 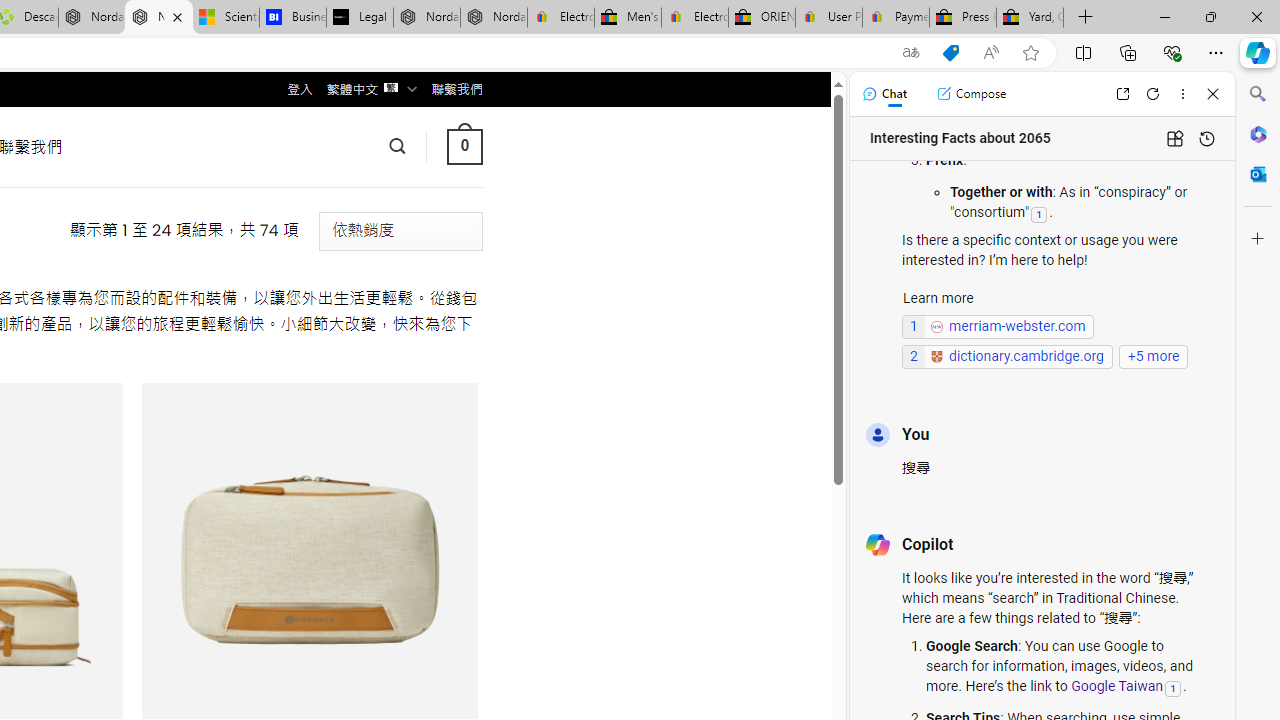 What do you see at coordinates (909, 52) in the screenshot?
I see `'Show translate options'` at bounding box center [909, 52].